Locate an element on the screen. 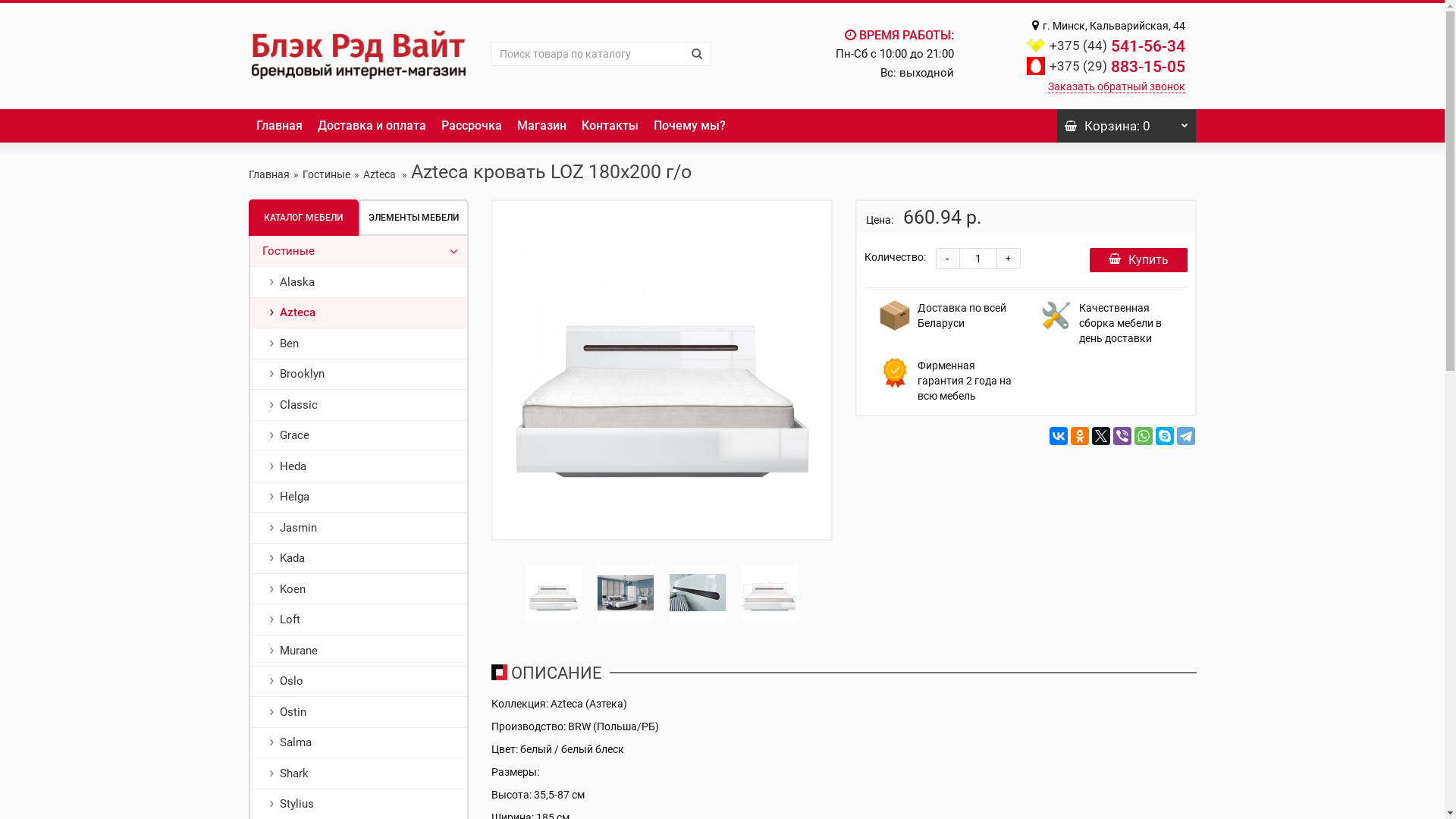 The height and width of the screenshot is (819, 1456). 'Ben' is located at coordinates (358, 343).